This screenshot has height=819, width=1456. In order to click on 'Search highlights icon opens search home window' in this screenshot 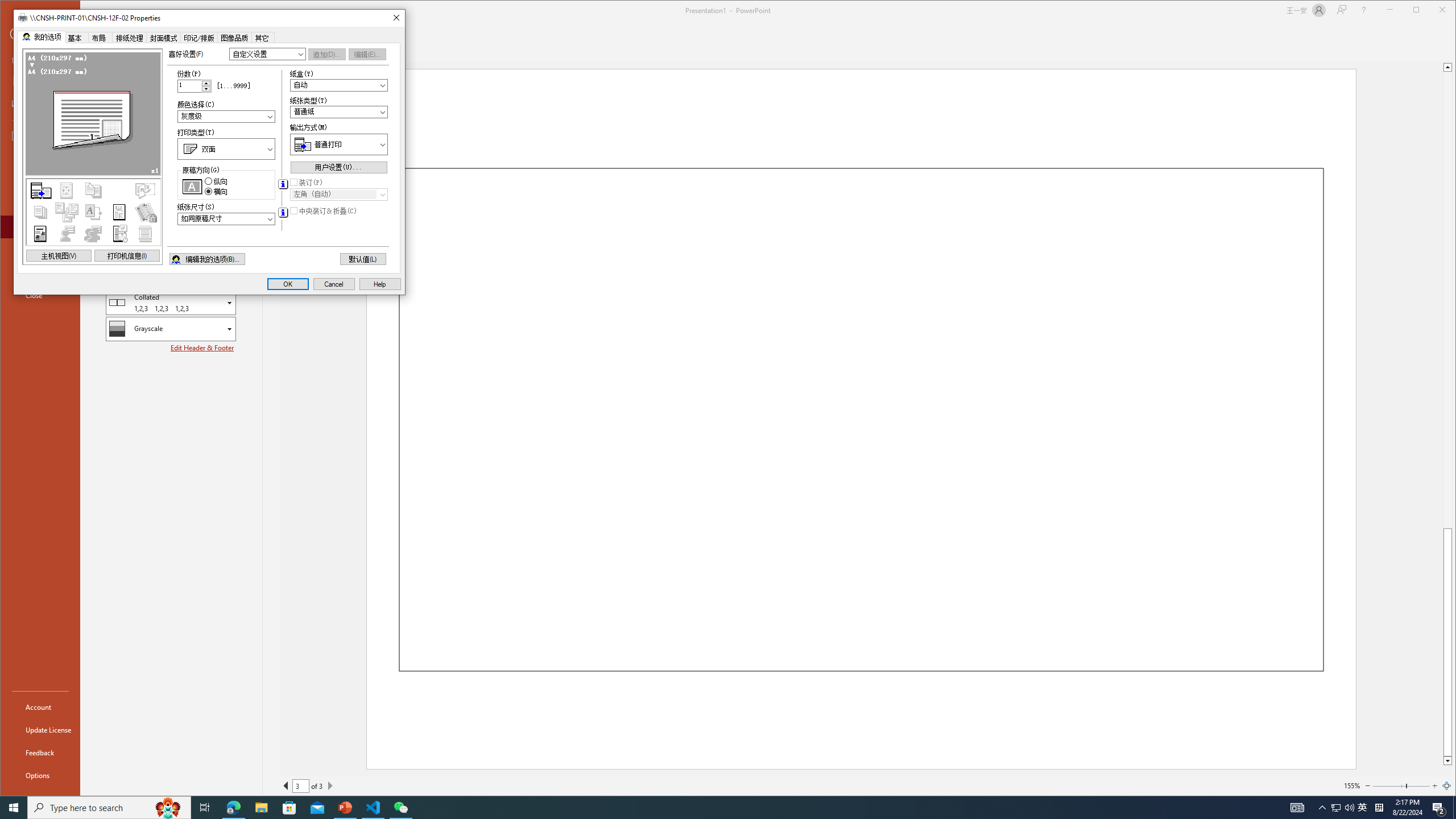, I will do `click(167, 806)`.